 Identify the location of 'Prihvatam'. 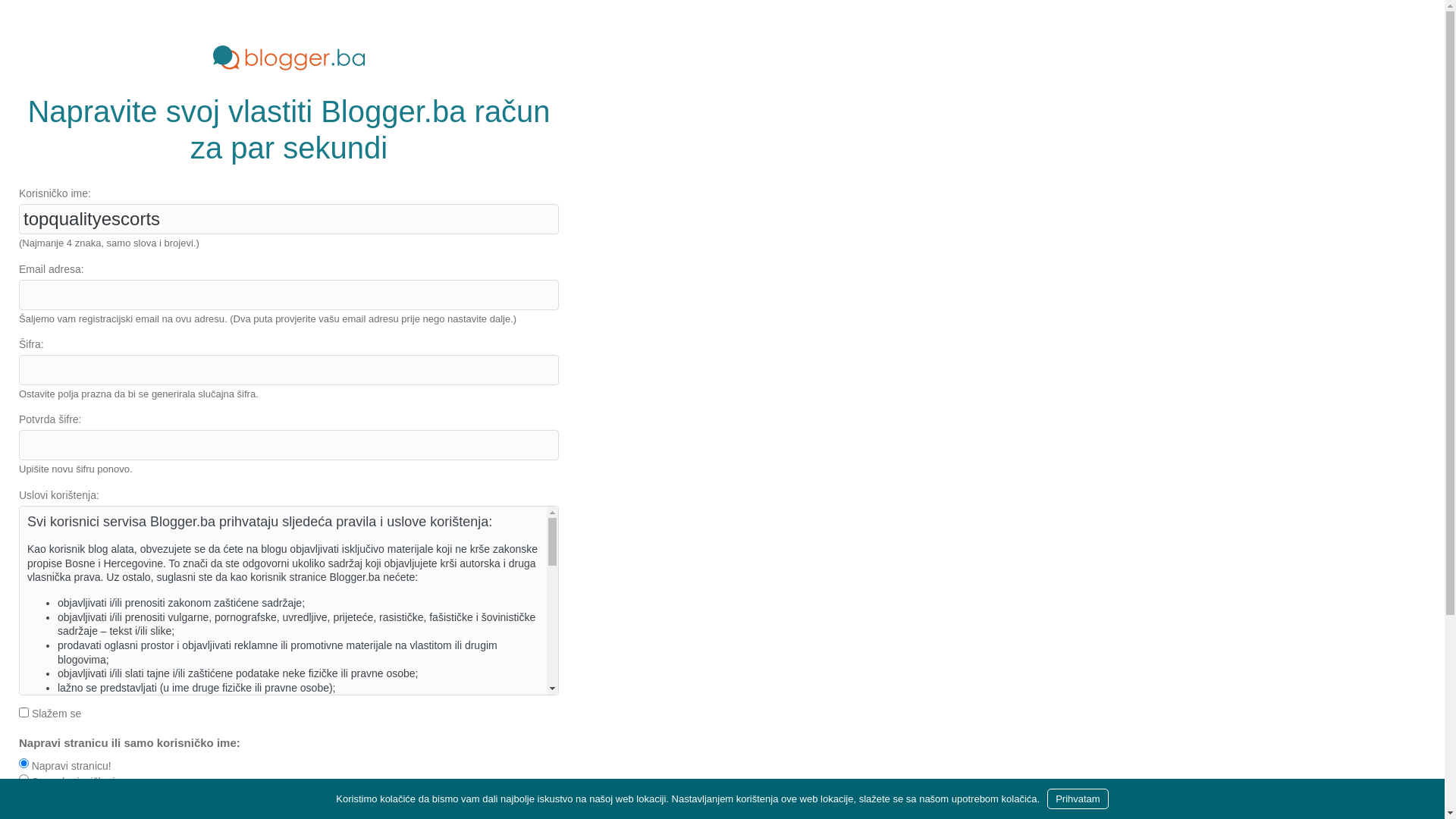
(1077, 798).